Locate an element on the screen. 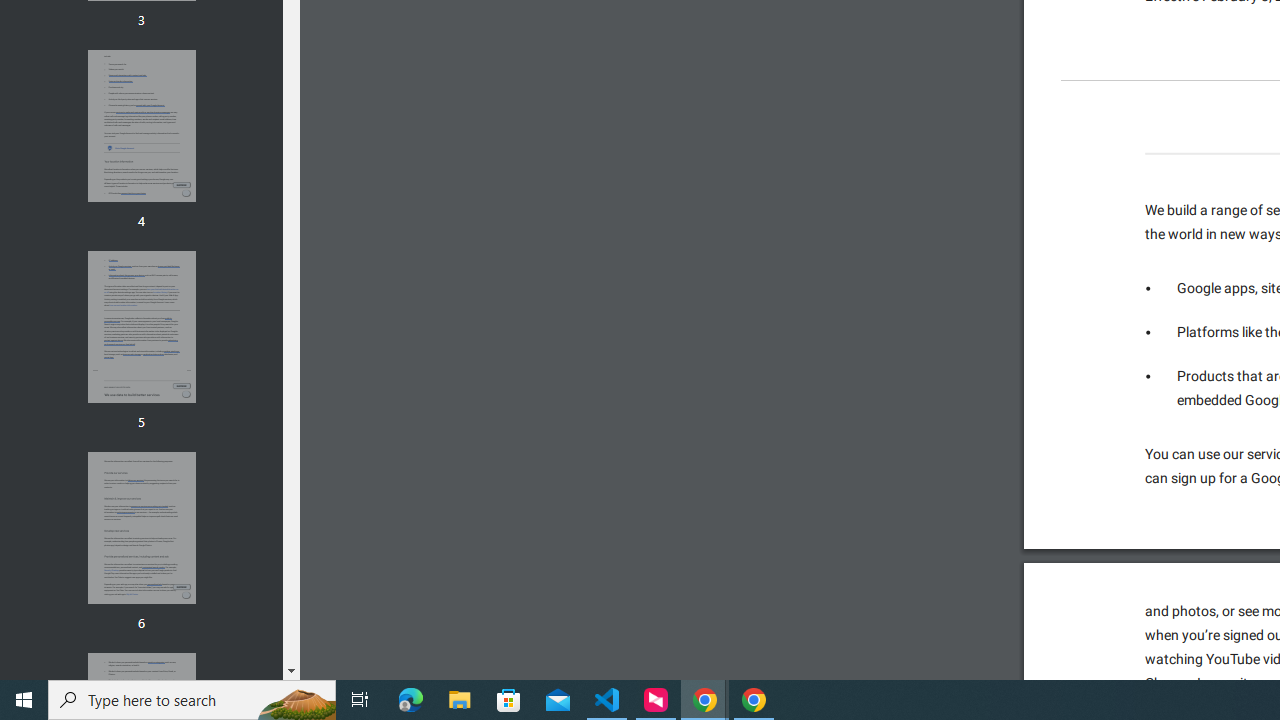  'Thumbnail for page 6' is located at coordinates (140, 527).